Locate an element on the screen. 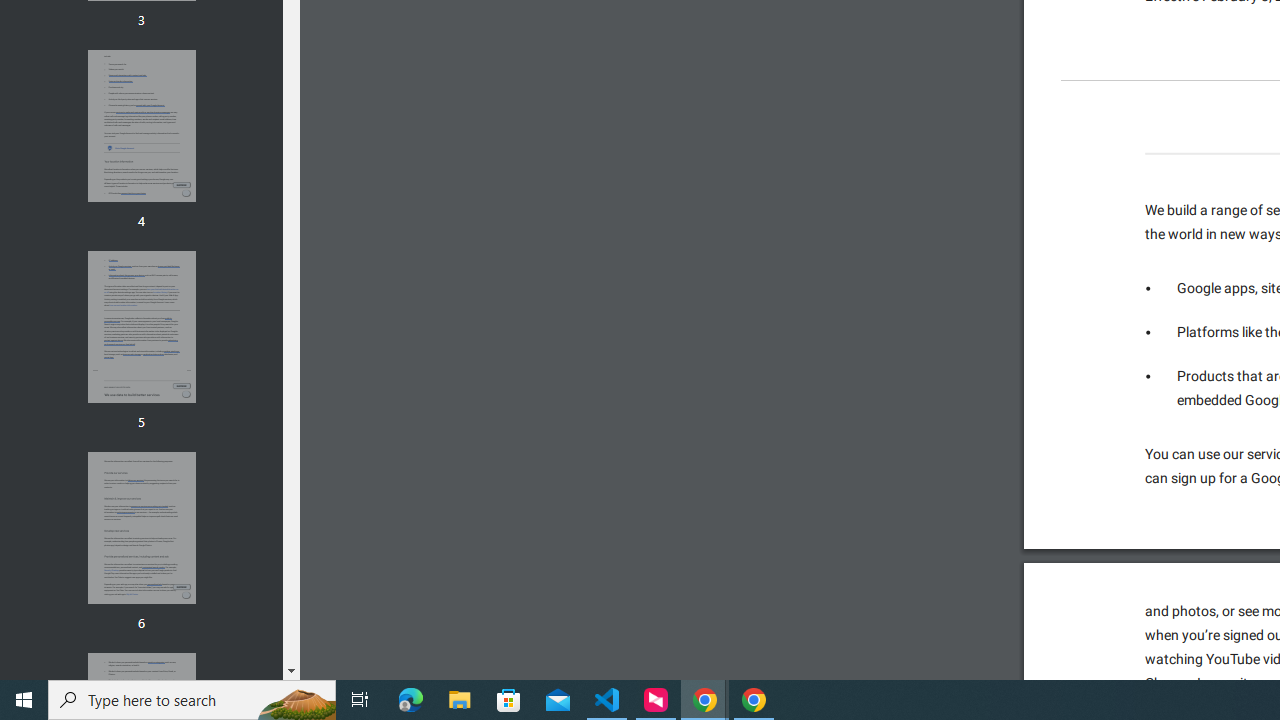  'Thumbnail for page 6' is located at coordinates (140, 527).